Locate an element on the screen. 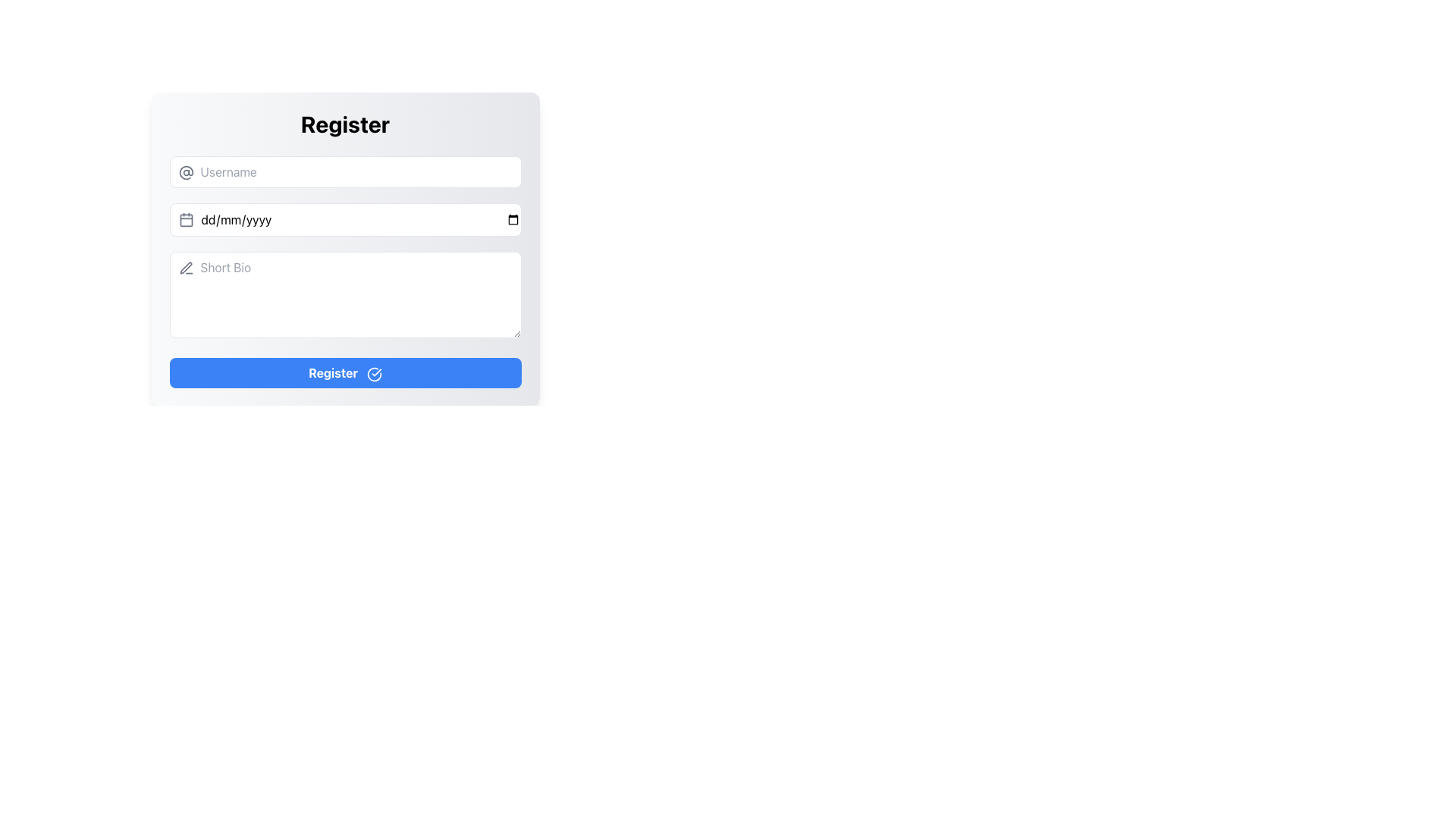  the confirmation icon located at the far right side of the 'Register' button, which serves as a success indicator is located at coordinates (375, 374).